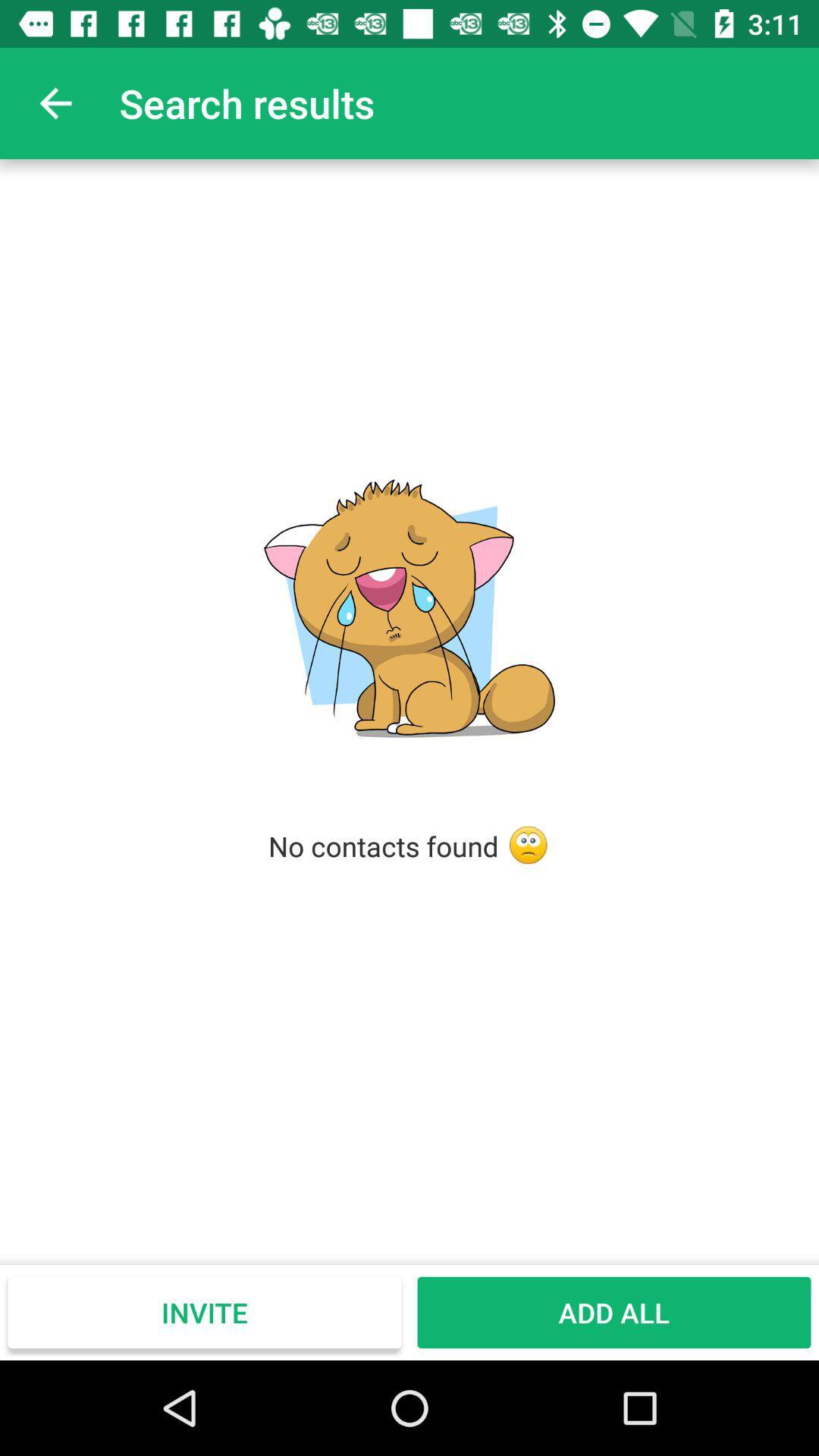 This screenshot has width=819, height=1456. I want to click on item at the bottom right corner, so click(614, 1312).